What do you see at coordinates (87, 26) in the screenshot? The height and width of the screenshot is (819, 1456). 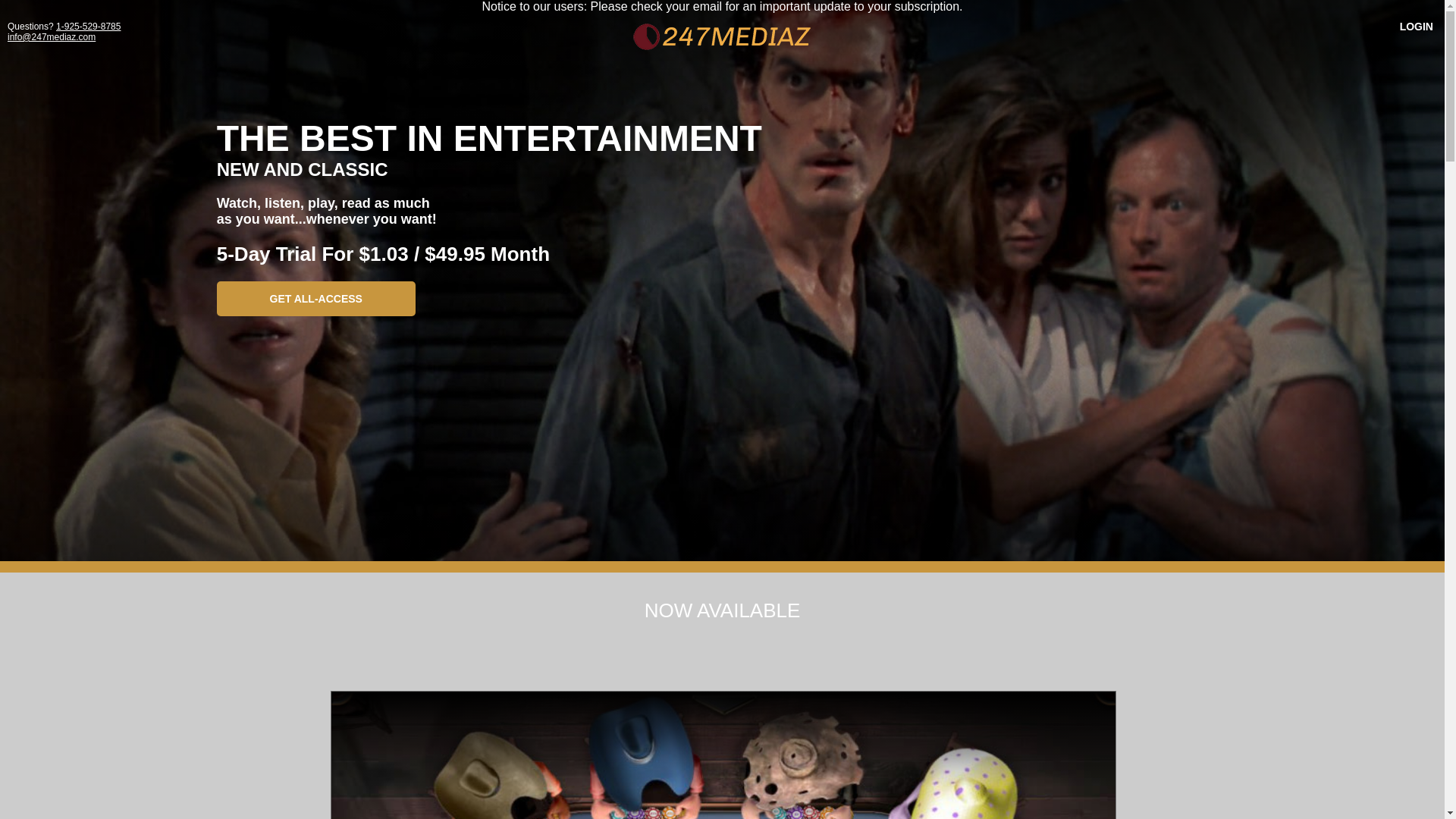 I see `'1-925-529-8785'` at bounding box center [87, 26].